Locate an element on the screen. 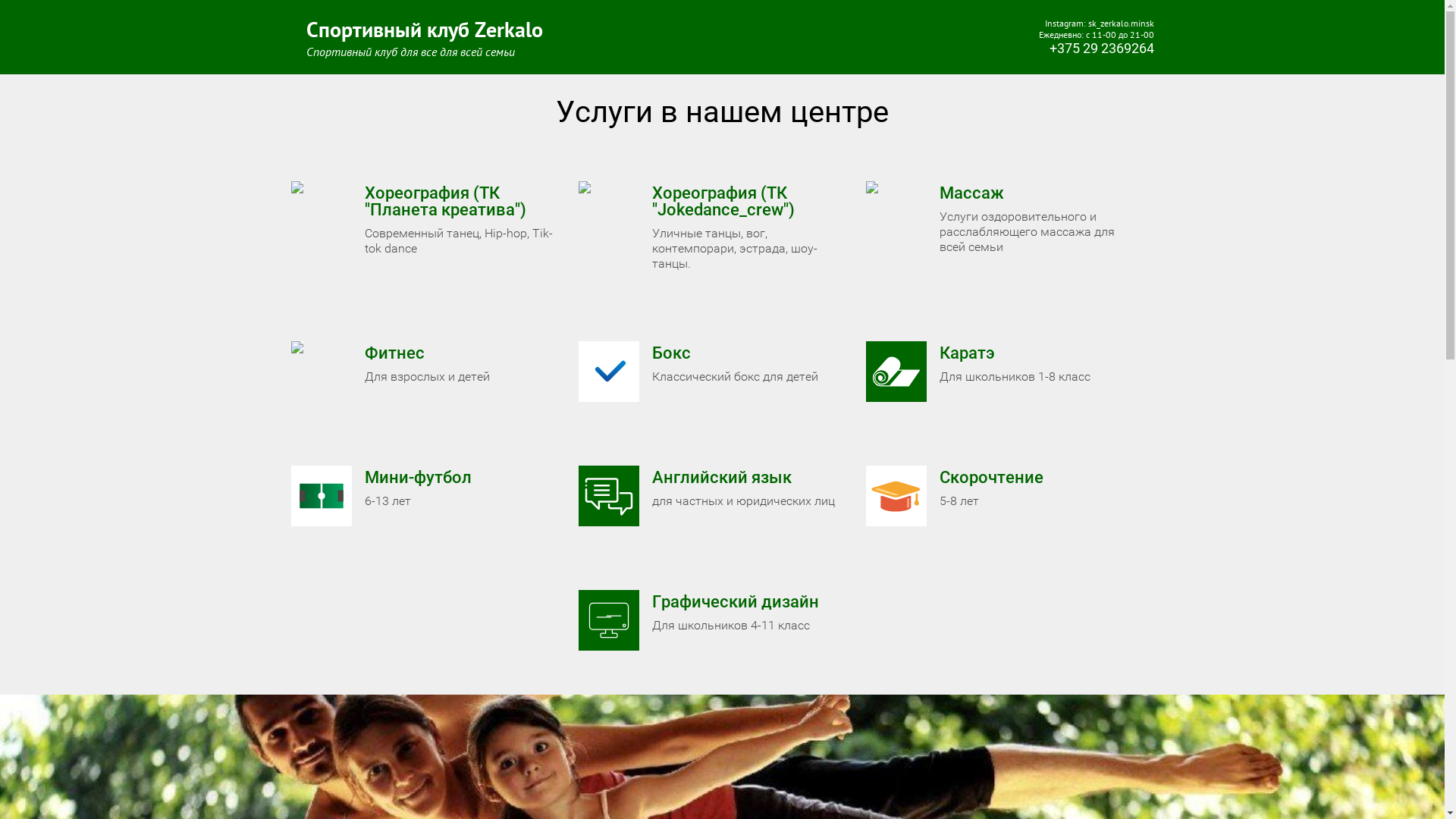  '+375 29 2369264' is located at coordinates (1102, 47).